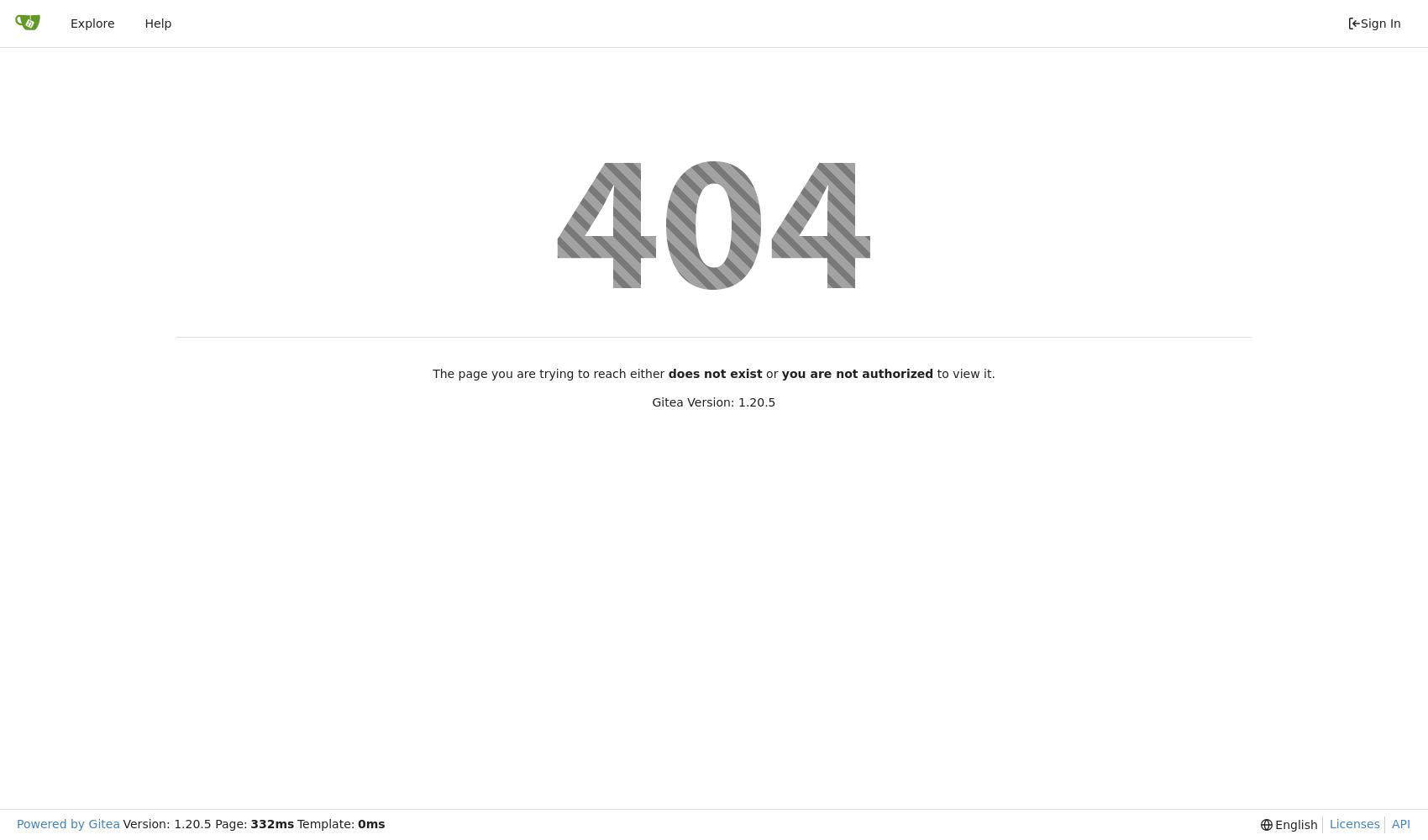 This screenshot has width=1428, height=840. I want to click on '0ms', so click(371, 823).